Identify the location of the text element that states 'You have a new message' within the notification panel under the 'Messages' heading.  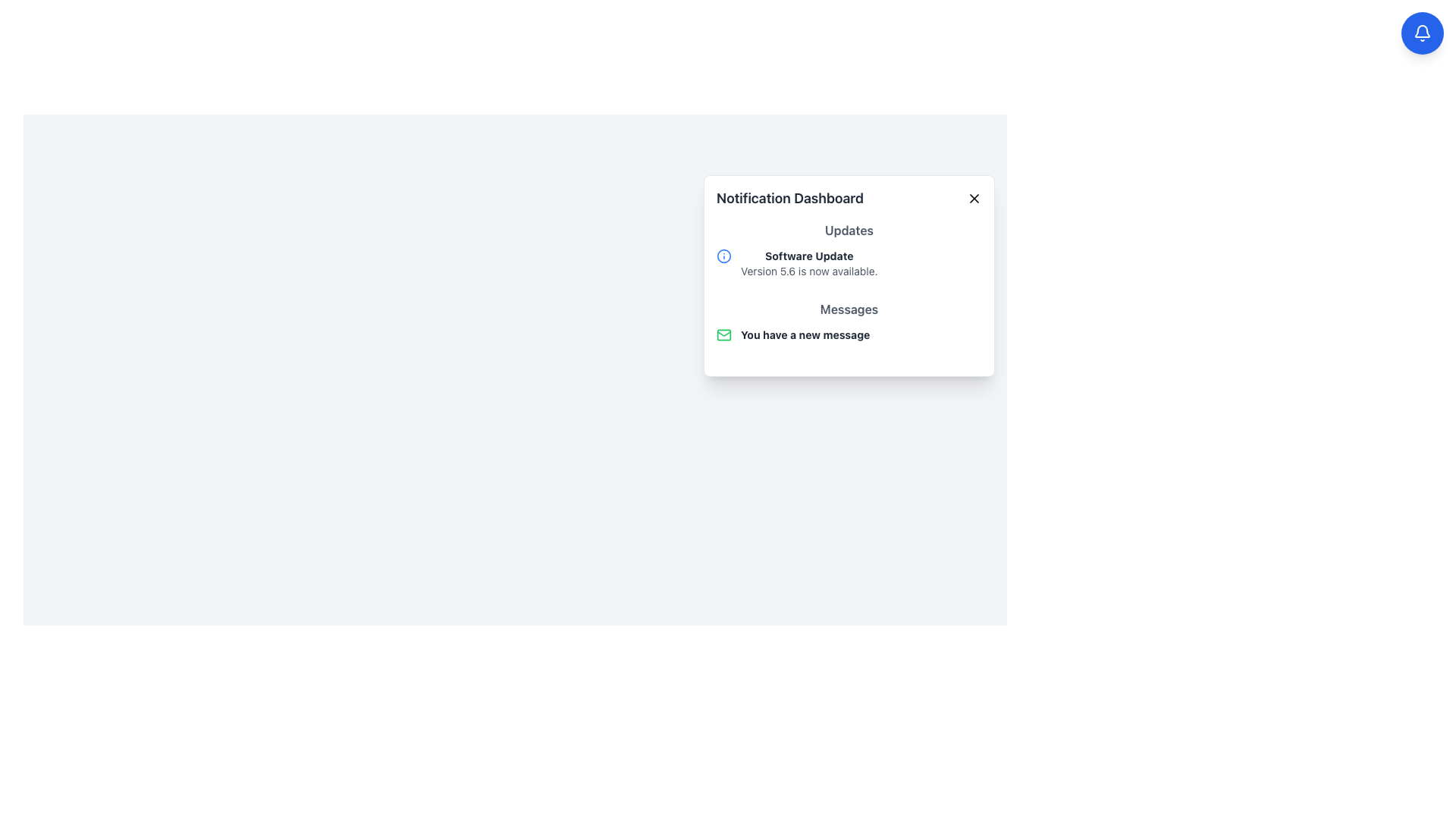
(805, 334).